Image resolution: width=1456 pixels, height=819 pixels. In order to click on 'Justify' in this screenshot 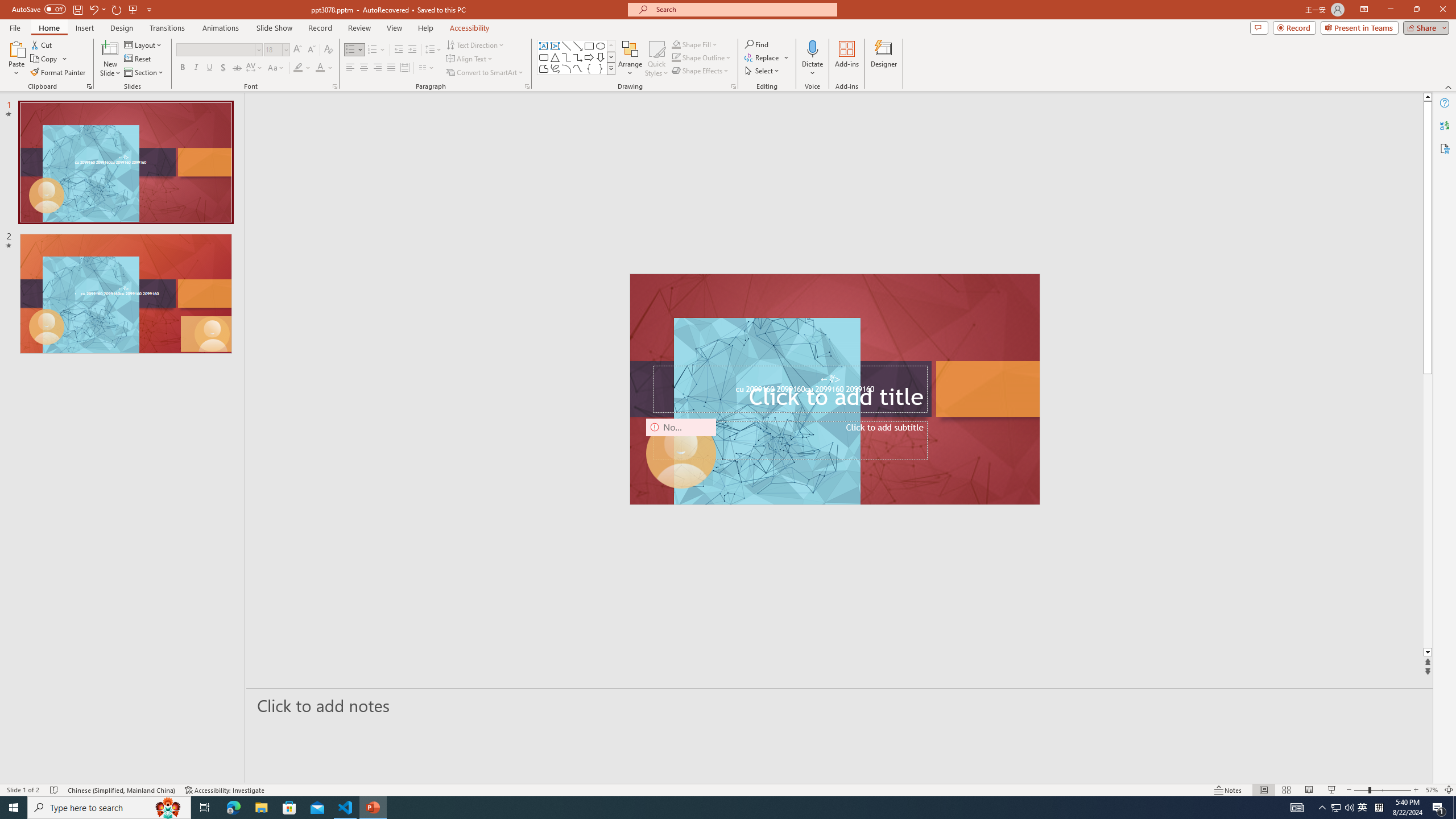, I will do `click(390, 67)`.